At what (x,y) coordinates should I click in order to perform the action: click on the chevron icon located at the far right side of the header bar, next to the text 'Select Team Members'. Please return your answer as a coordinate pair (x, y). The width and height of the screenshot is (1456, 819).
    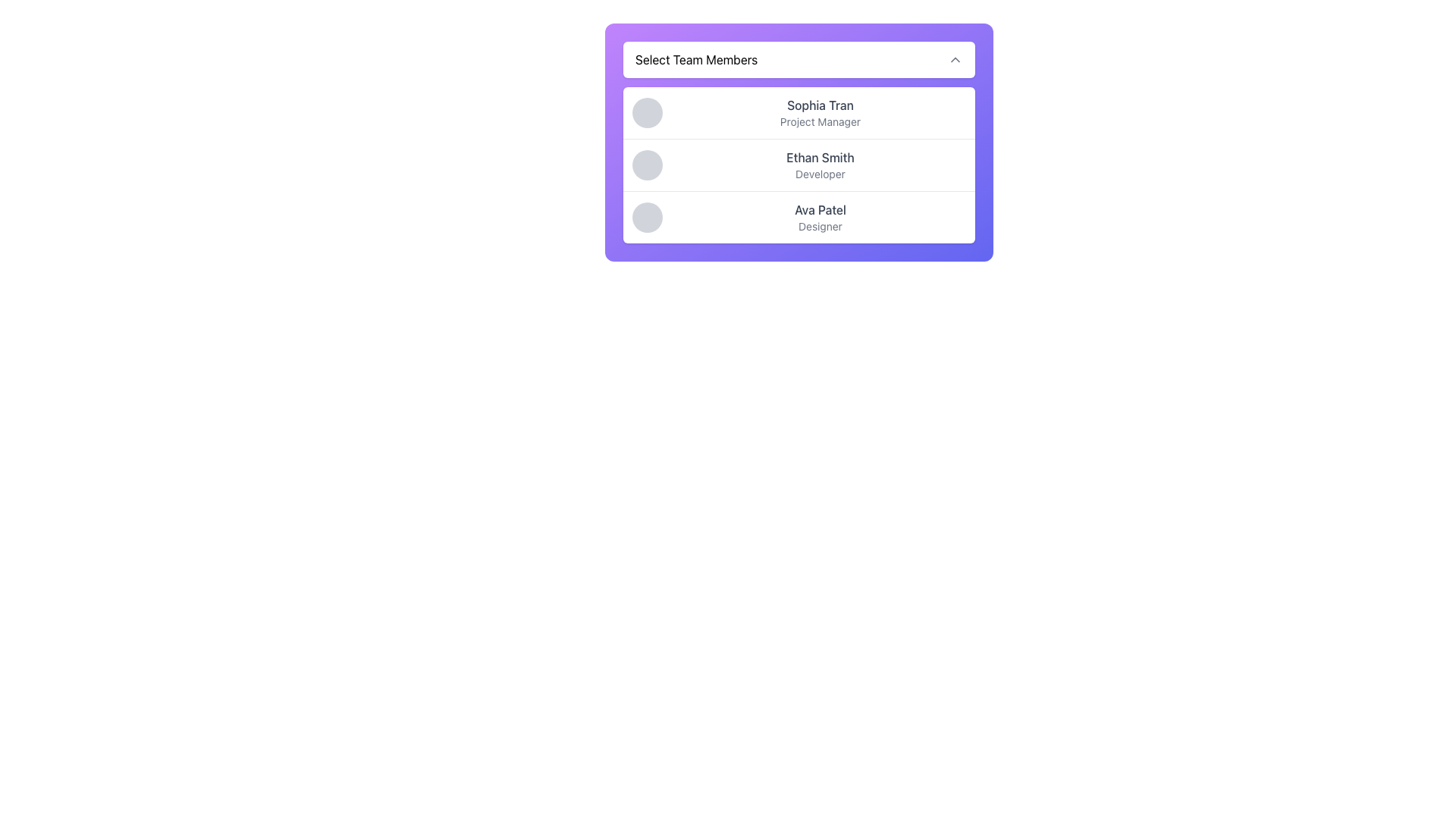
    Looking at the image, I should click on (954, 58).